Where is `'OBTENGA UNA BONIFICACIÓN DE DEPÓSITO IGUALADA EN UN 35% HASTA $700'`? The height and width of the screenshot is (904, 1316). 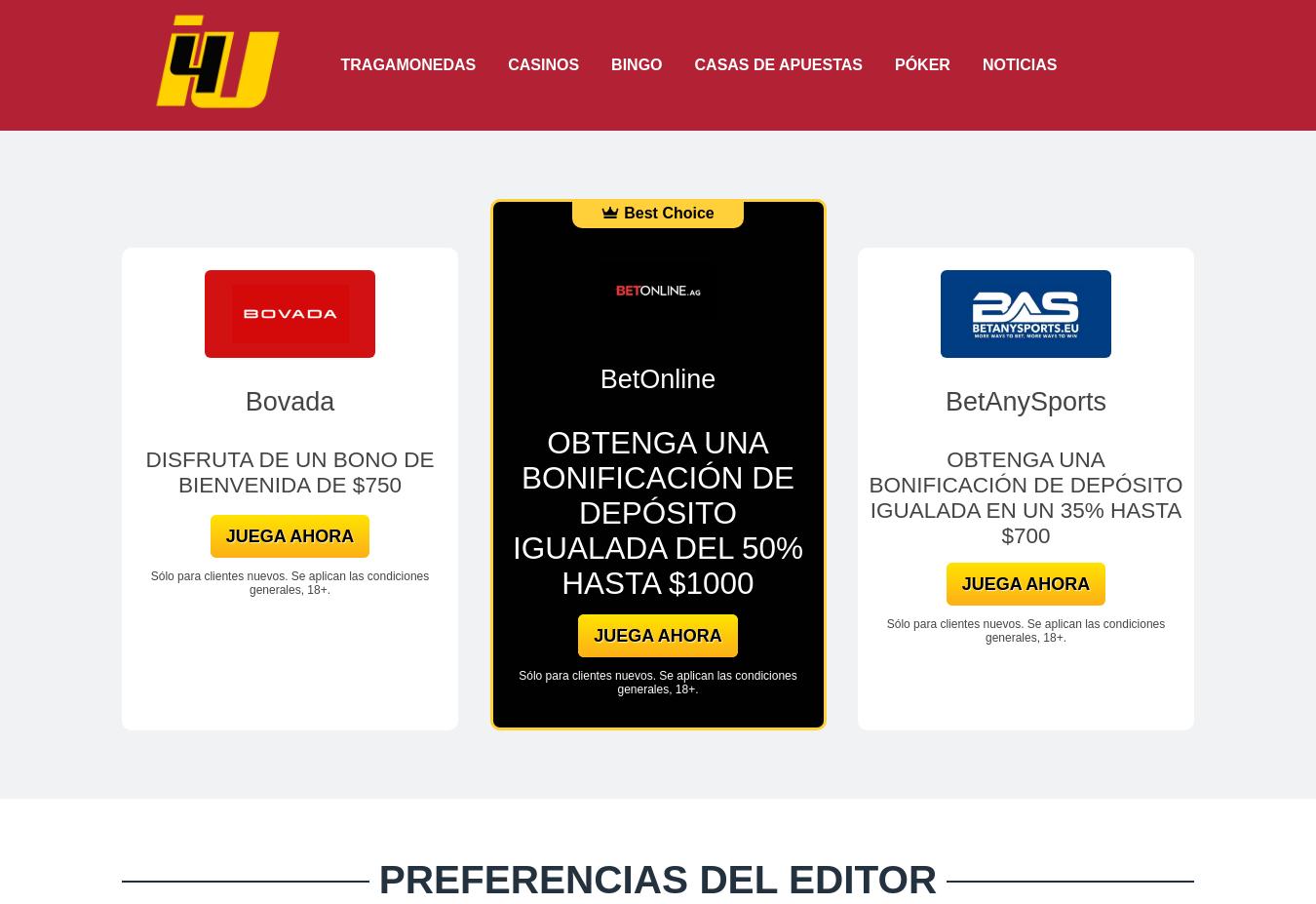
'OBTENGA UNA BONIFICACIÓN DE DEPÓSITO IGUALADA EN UN 35% HASTA $700' is located at coordinates (1026, 497).